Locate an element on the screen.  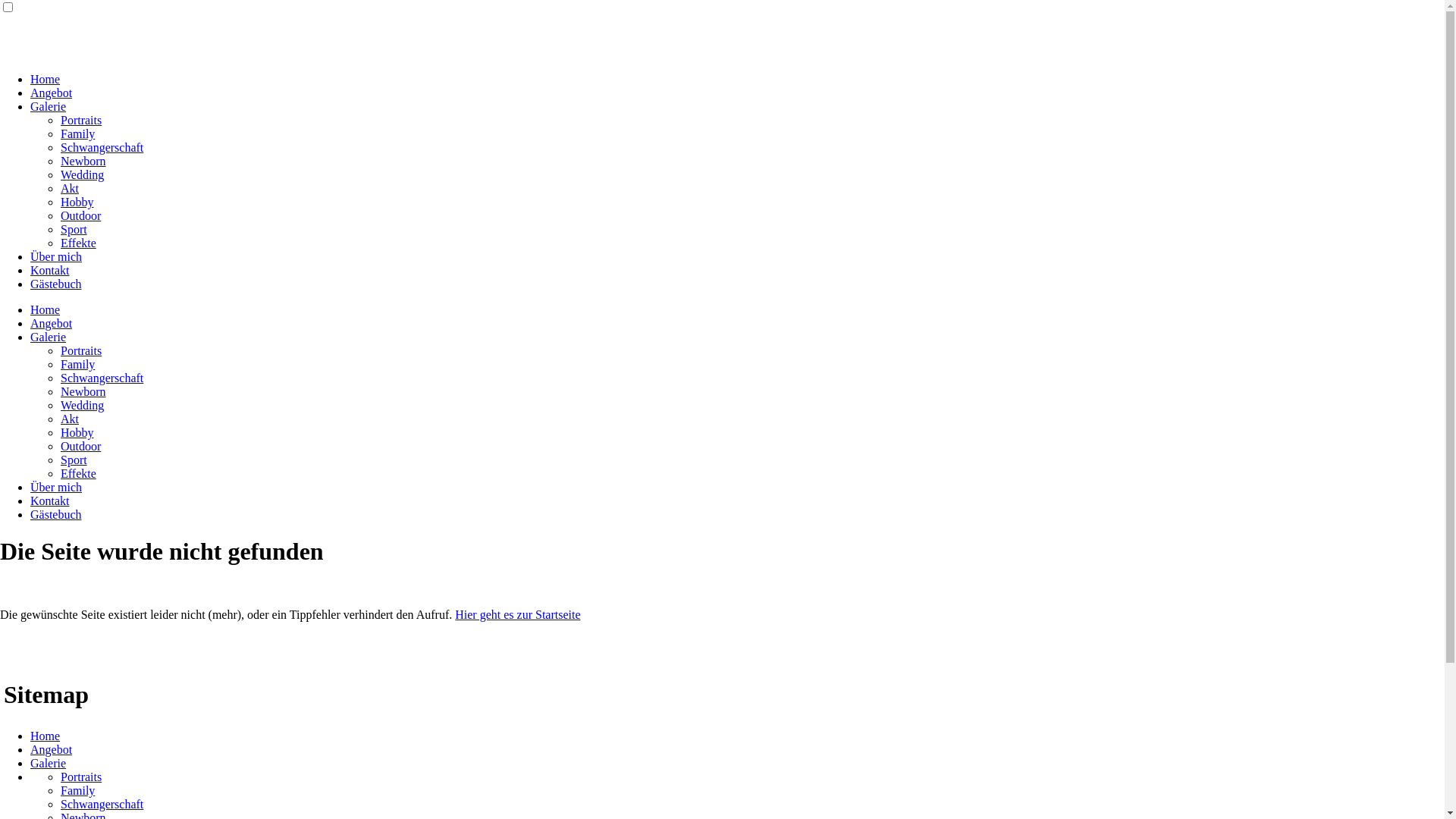
'Akt' is located at coordinates (61, 419).